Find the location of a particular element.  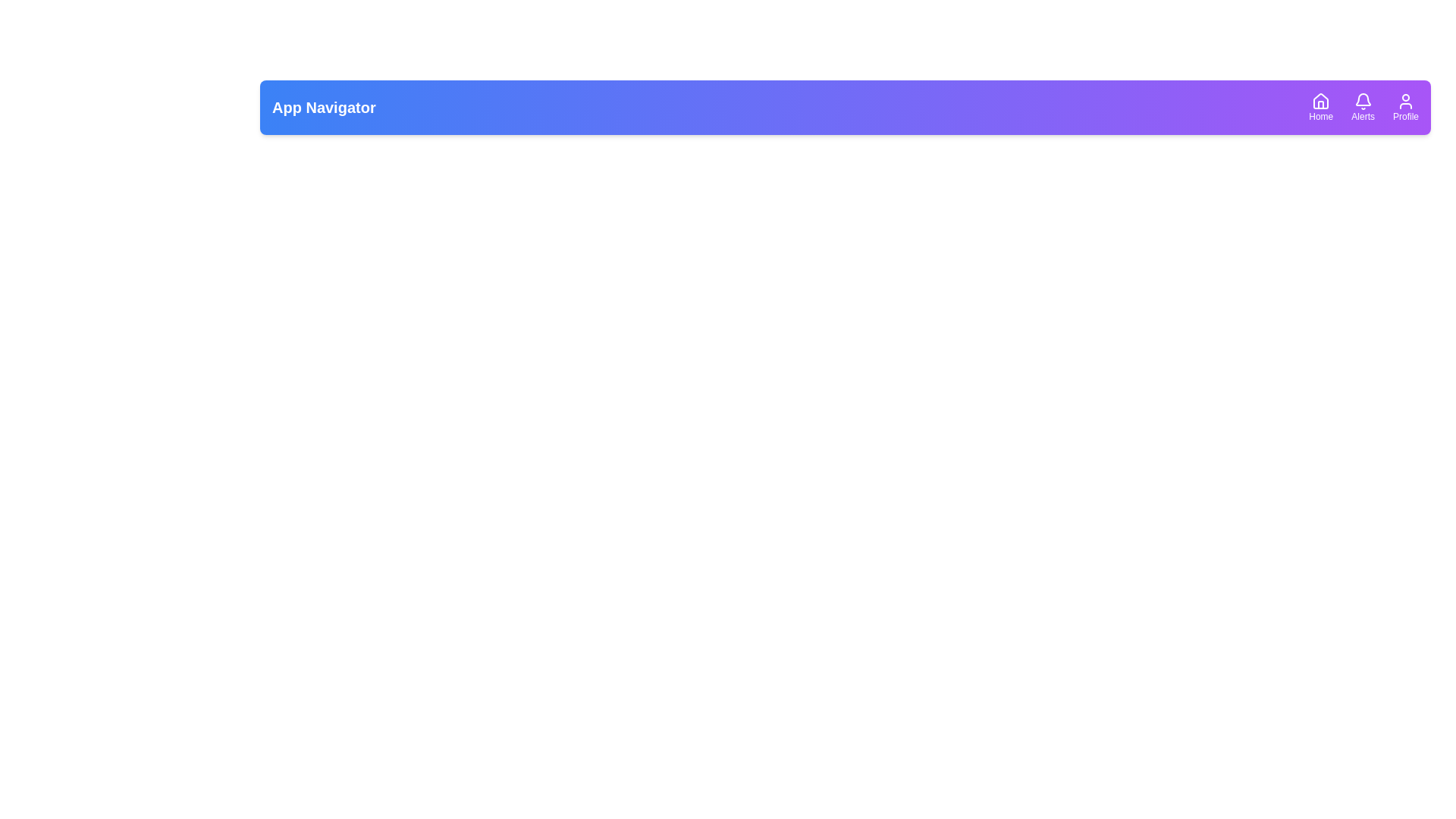

the first button with an icon and label on the right side of the navigation bar is located at coordinates (1320, 107).